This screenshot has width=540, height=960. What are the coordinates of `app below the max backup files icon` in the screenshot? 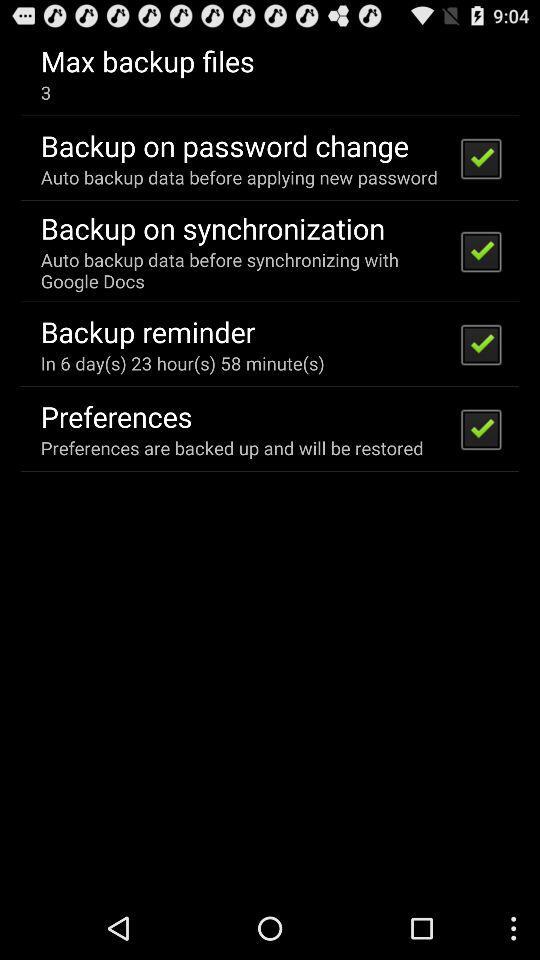 It's located at (46, 92).